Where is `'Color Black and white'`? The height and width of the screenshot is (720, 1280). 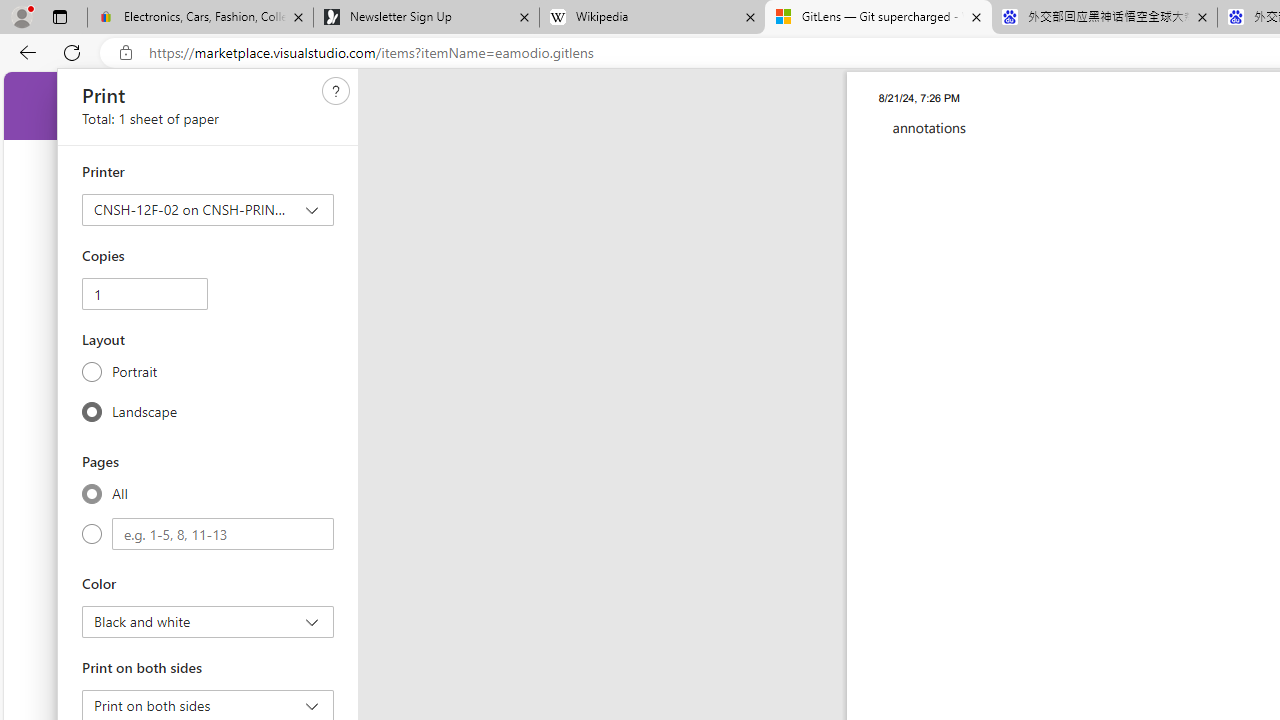
'Color Black and white' is located at coordinates (208, 621).